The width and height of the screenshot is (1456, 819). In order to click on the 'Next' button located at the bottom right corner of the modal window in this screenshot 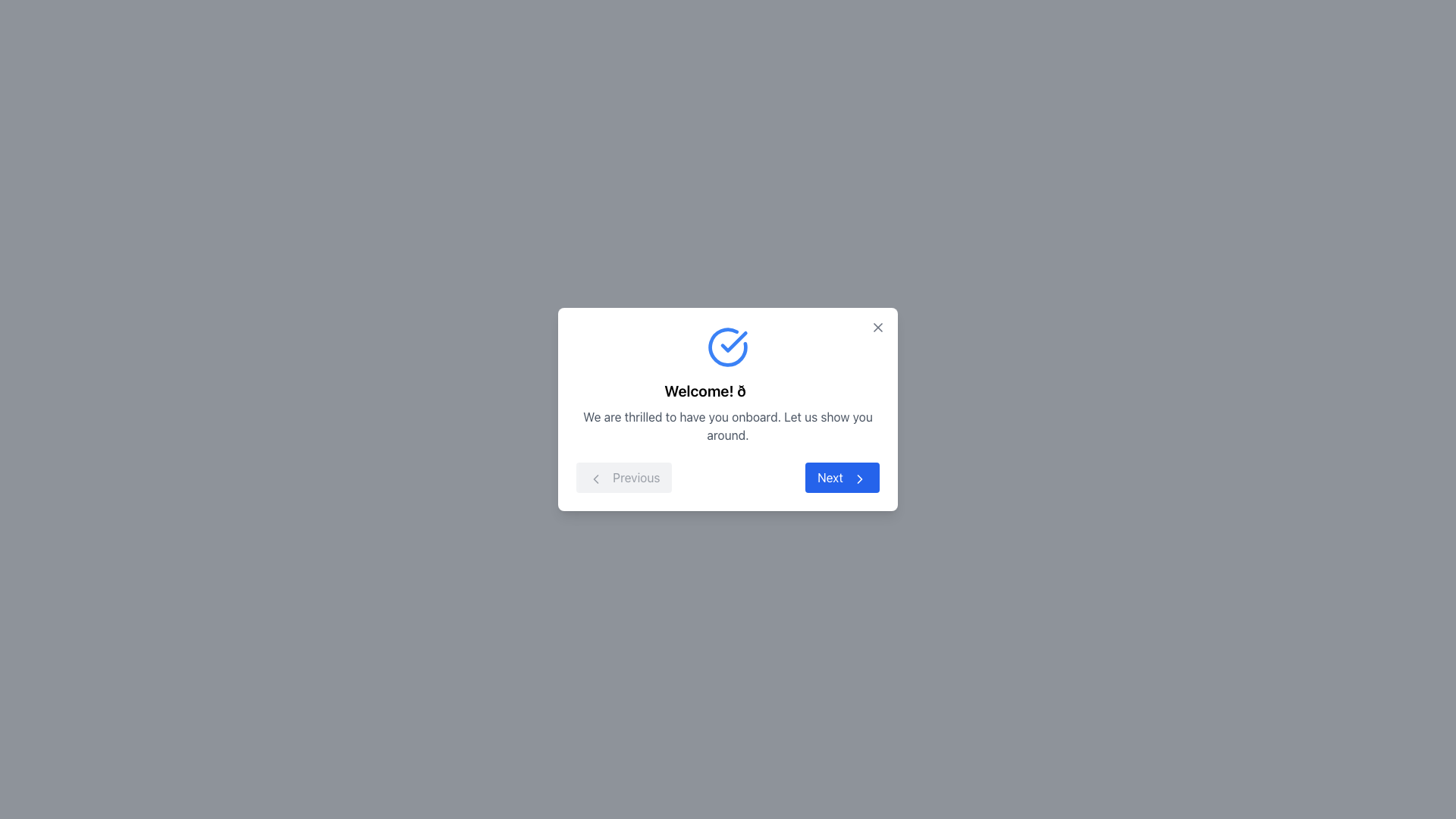, I will do `click(859, 479)`.